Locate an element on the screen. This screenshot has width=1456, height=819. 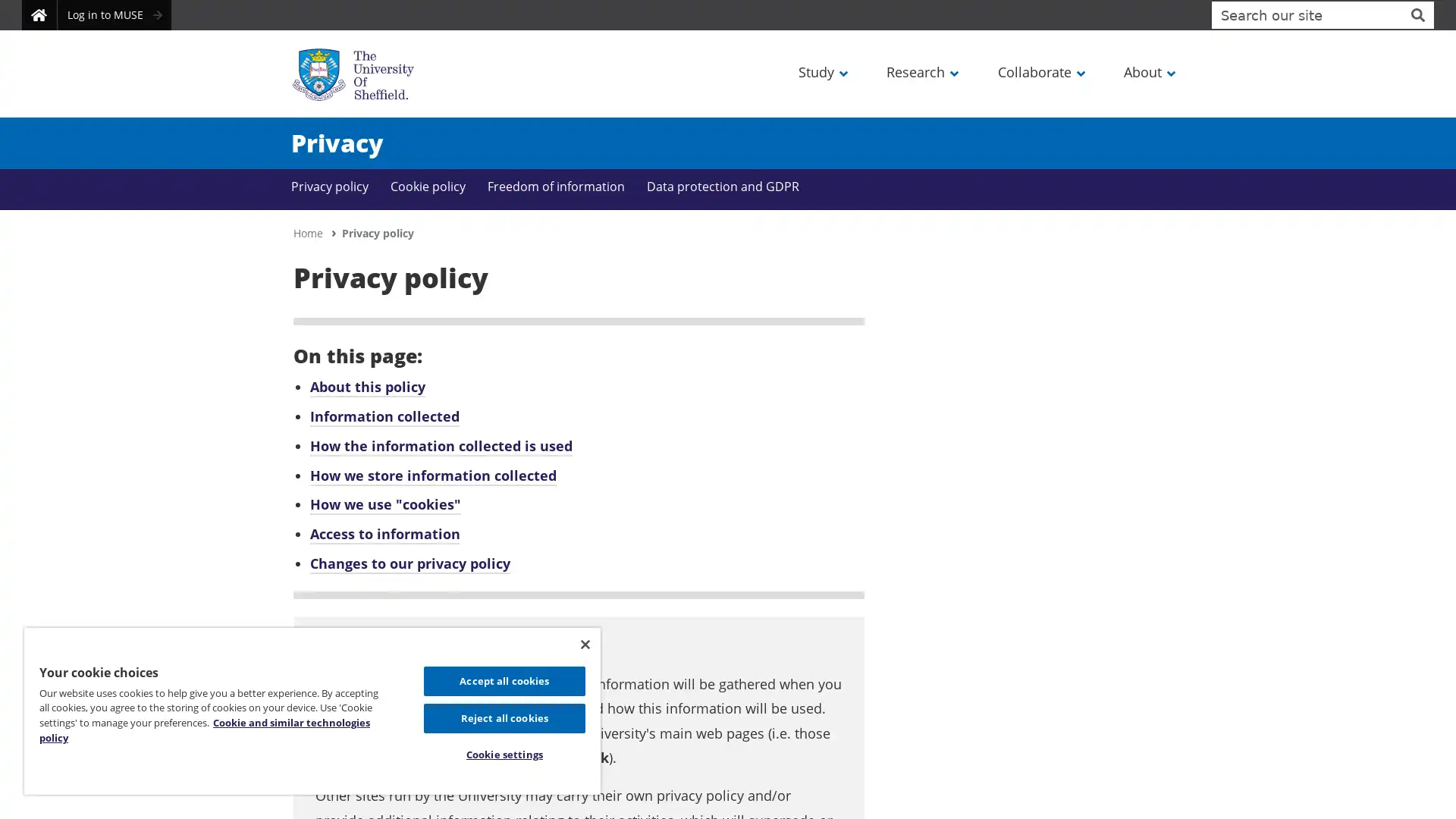
About is located at coordinates (1147, 71).